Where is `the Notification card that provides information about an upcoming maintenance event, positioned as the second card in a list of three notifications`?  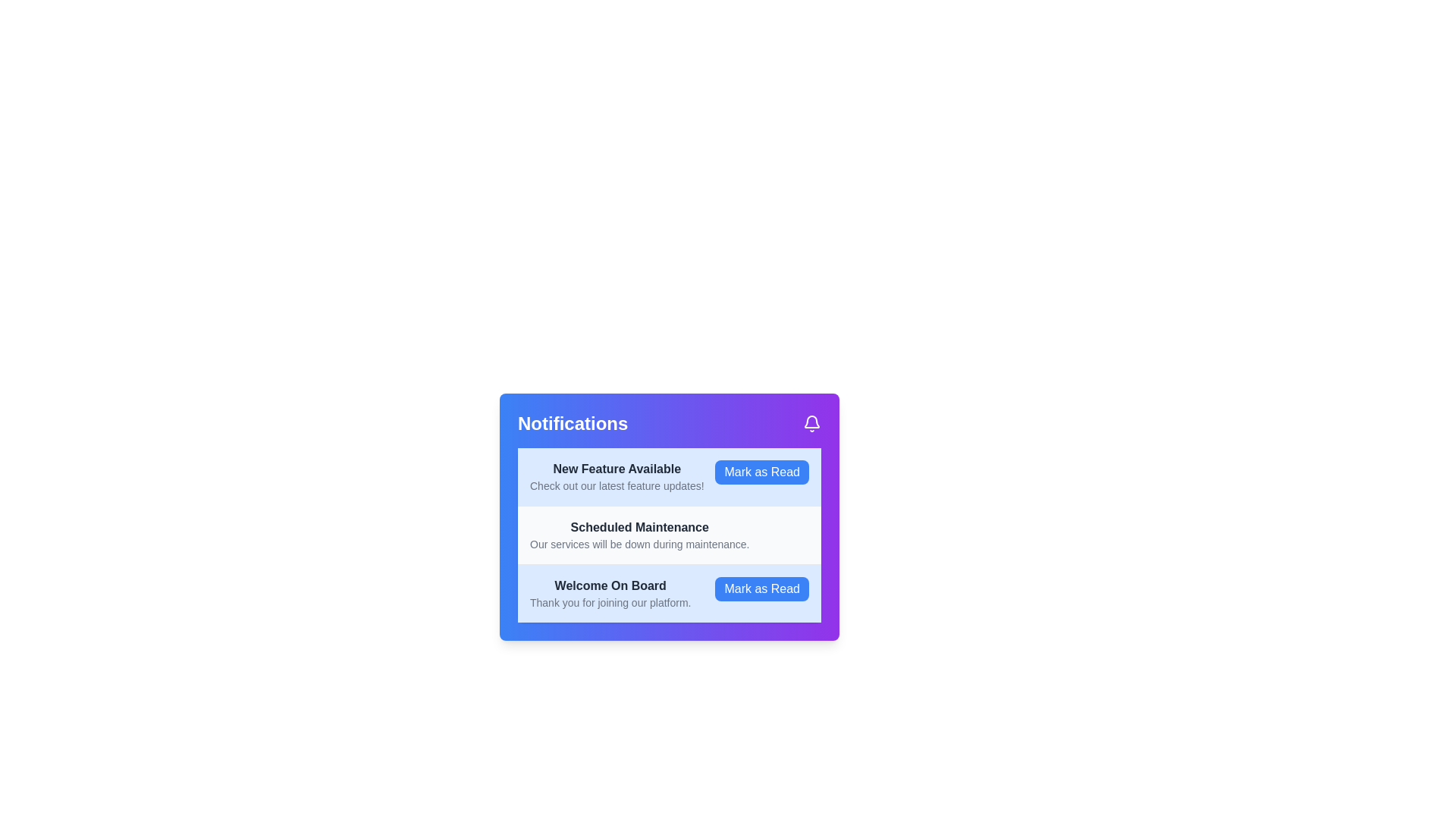
the Notification card that provides information about an upcoming maintenance event, positioned as the second card in a list of three notifications is located at coordinates (669, 534).